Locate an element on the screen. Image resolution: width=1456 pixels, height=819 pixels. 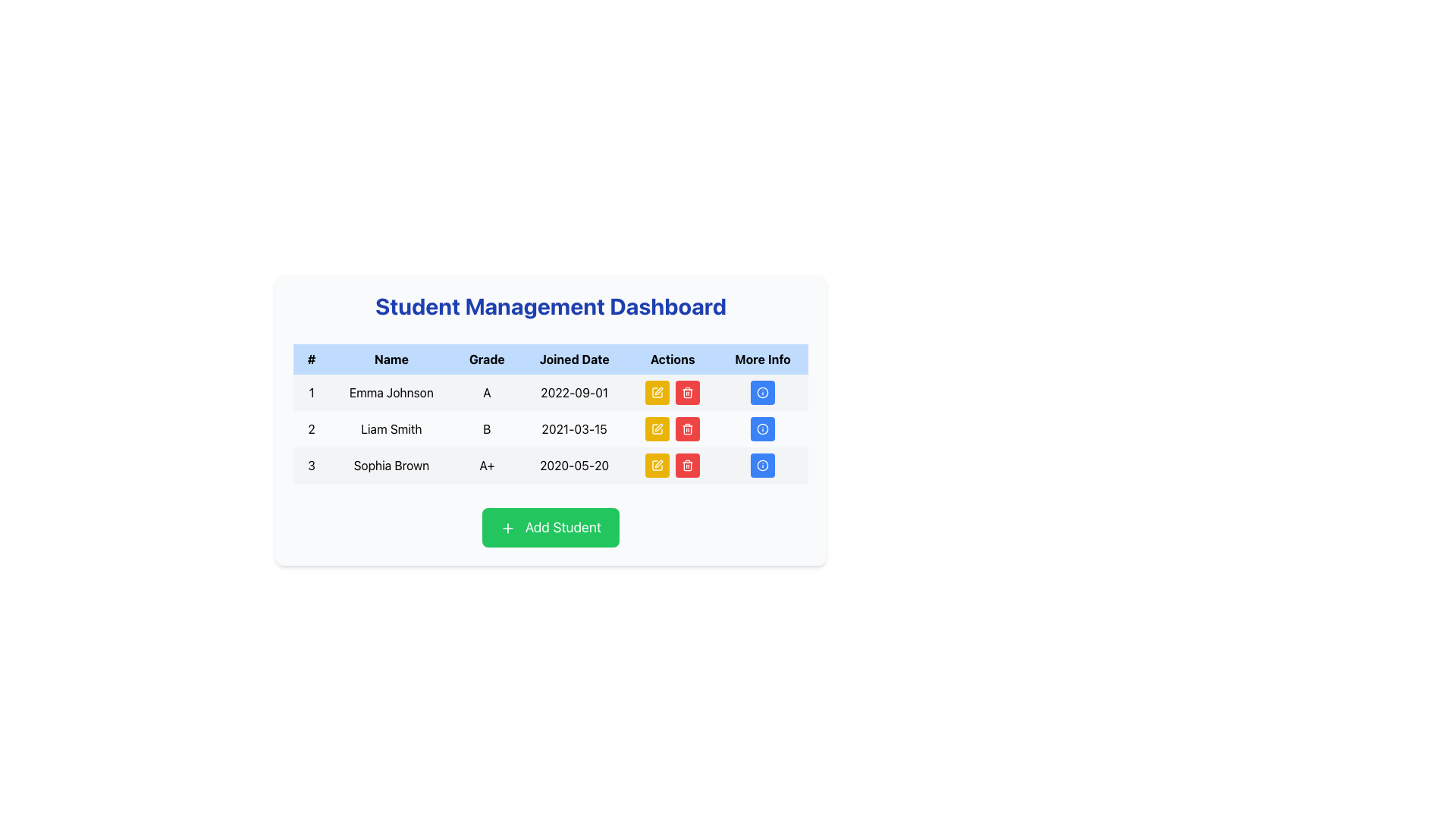
the trash can icon button in the 'Actions' column of the second row, which corresponds to the data entry for 'Liam Smith', to initiate a delete action is located at coordinates (687, 429).